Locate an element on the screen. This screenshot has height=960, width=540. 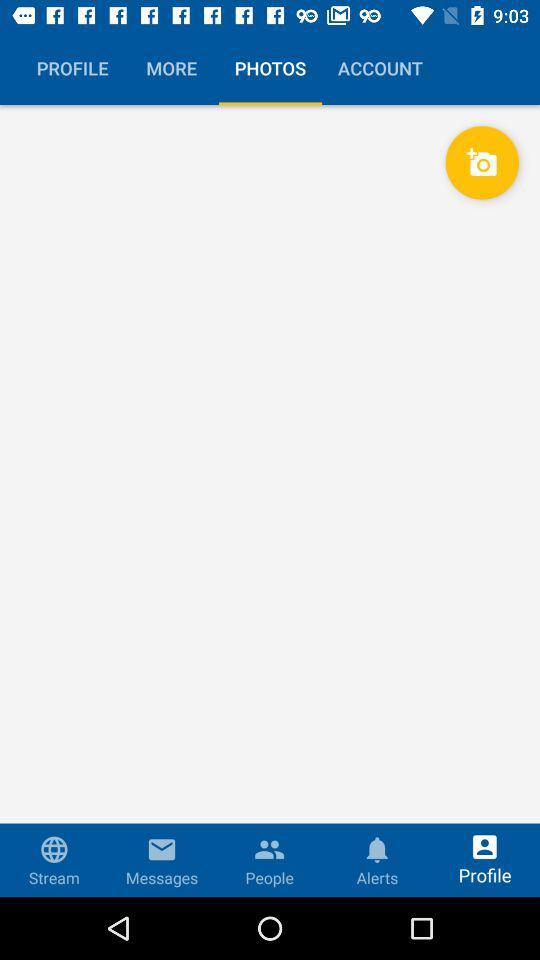
the profile at right sidelast bottom is located at coordinates (483, 859).